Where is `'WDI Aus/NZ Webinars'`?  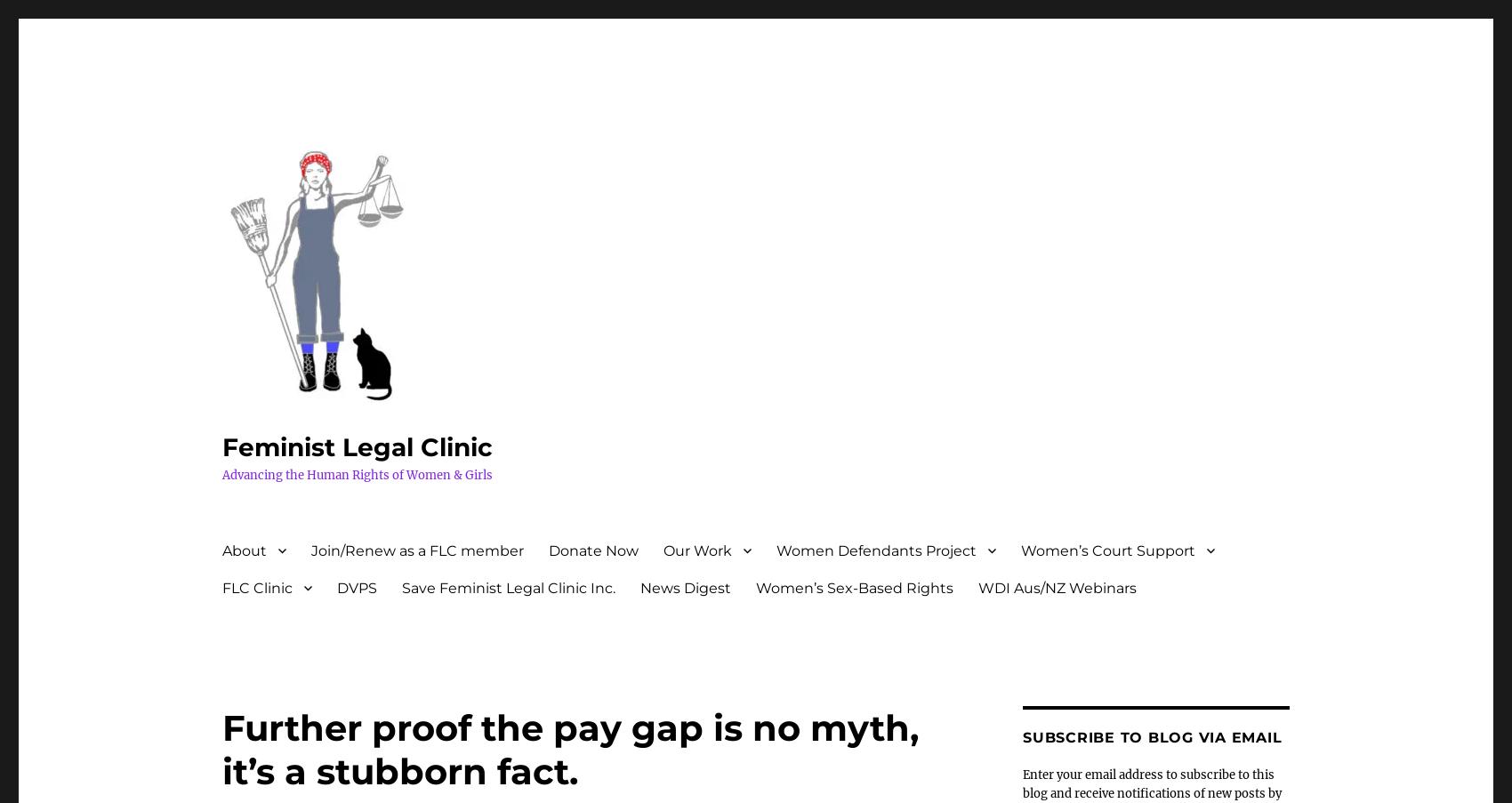 'WDI Aus/NZ Webinars' is located at coordinates (1056, 586).